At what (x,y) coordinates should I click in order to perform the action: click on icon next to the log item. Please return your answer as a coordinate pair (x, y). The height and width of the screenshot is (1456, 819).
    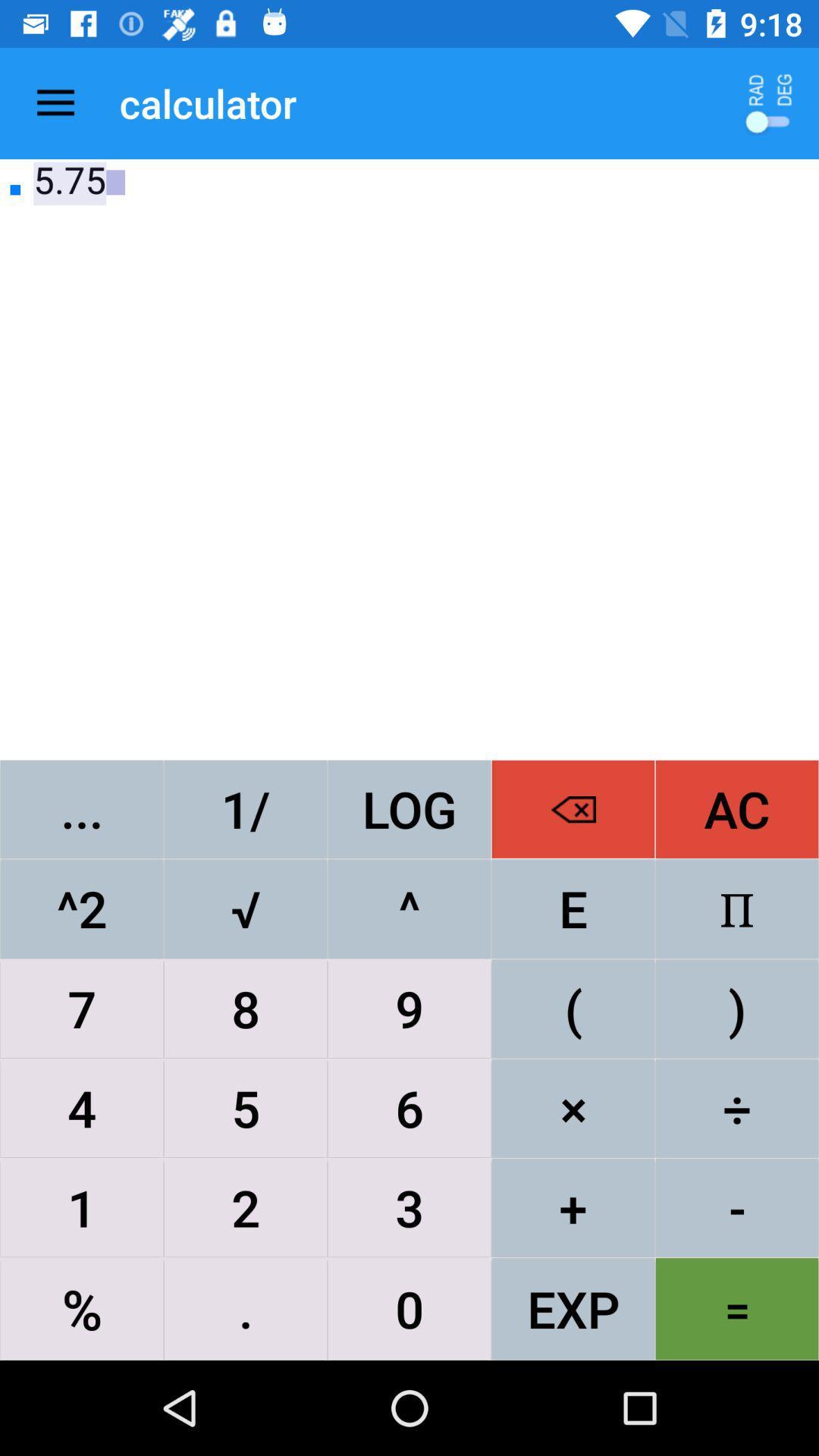
    Looking at the image, I should click on (573, 808).